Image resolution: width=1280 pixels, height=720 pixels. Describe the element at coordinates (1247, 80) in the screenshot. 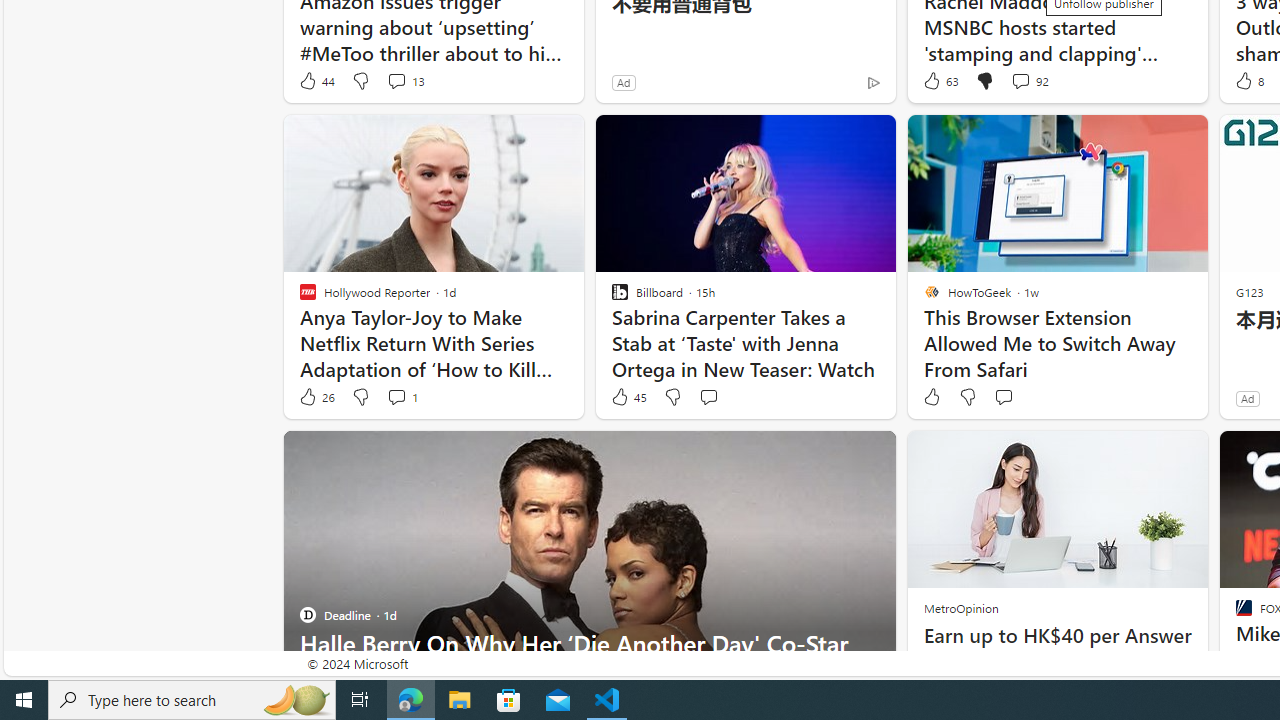

I see `'8 Like'` at that location.